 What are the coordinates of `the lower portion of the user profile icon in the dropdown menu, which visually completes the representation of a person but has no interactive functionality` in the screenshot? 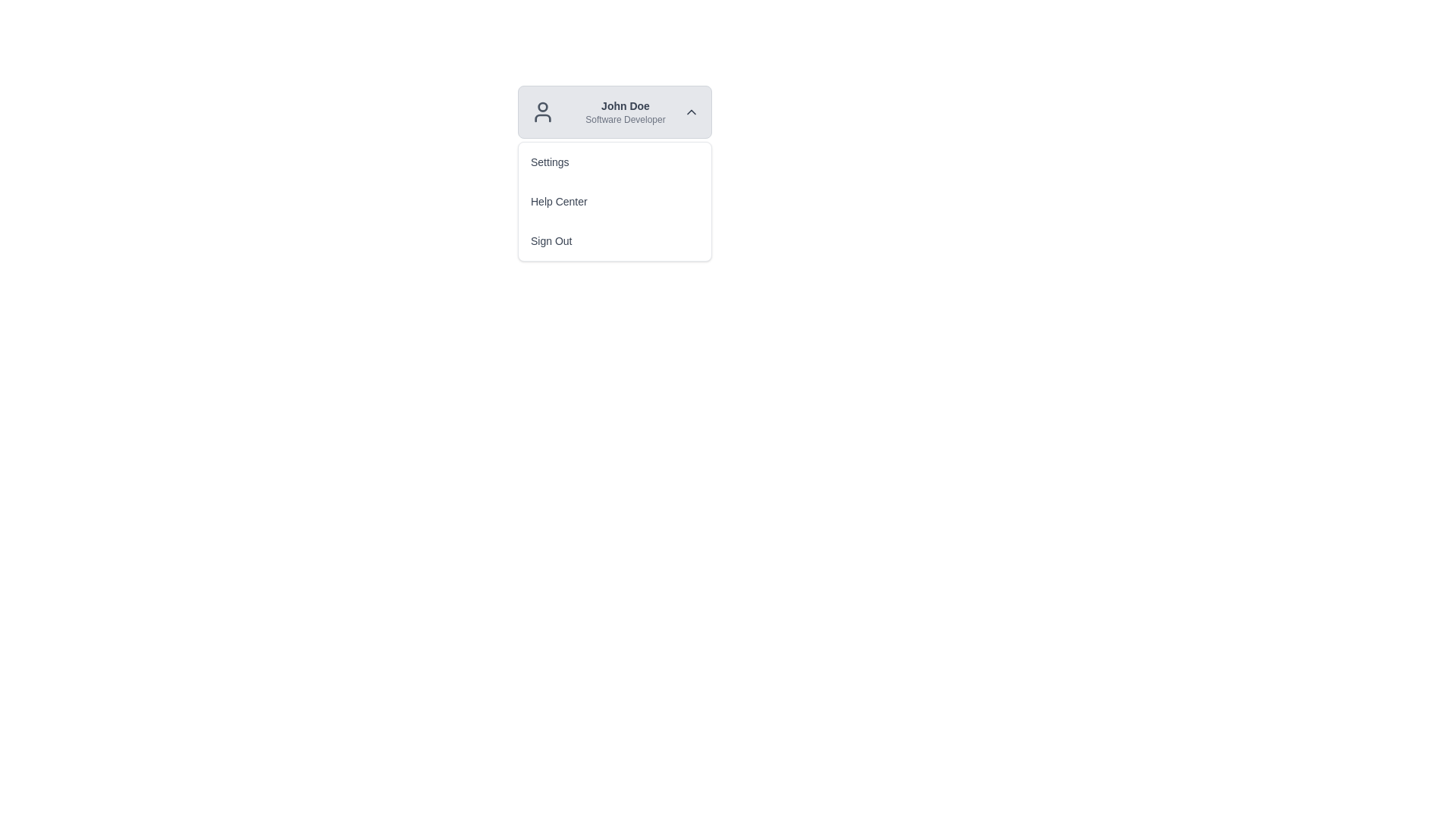 It's located at (542, 117).